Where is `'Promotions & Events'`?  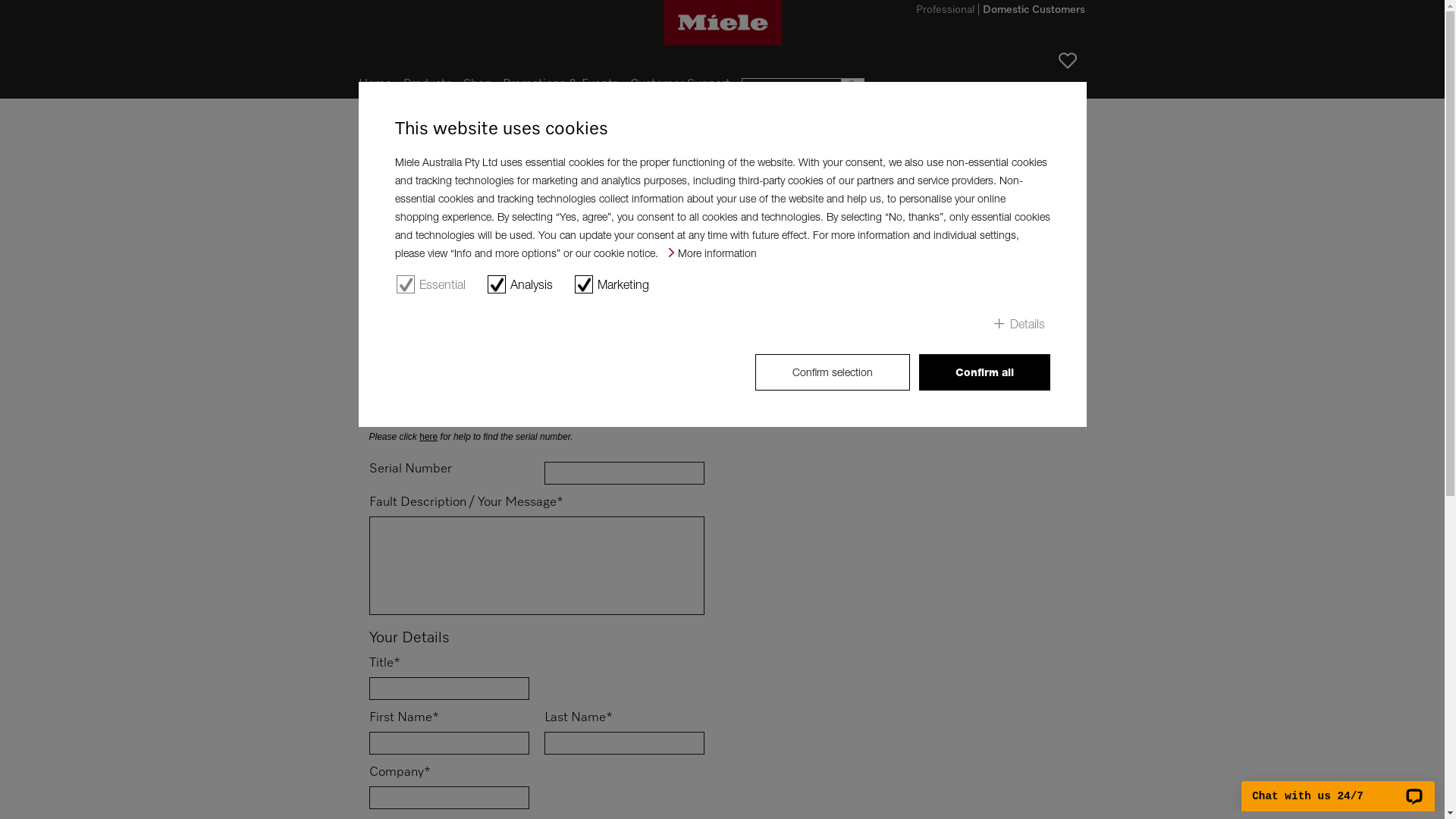 'Promotions & Events' is located at coordinates (559, 84).